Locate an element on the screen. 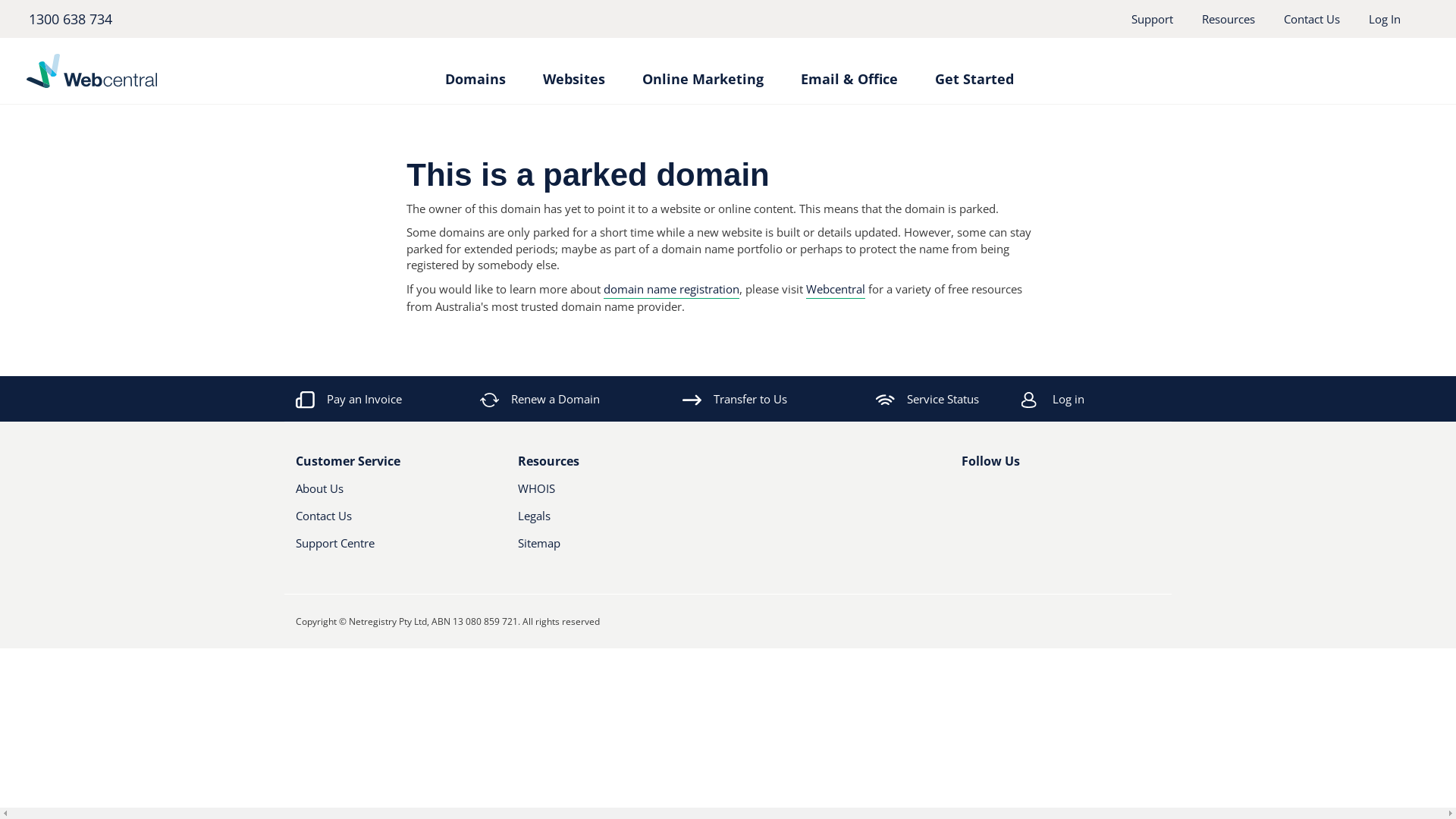 This screenshot has height=819, width=1456. 'Support Centre' is located at coordinates (295, 549).